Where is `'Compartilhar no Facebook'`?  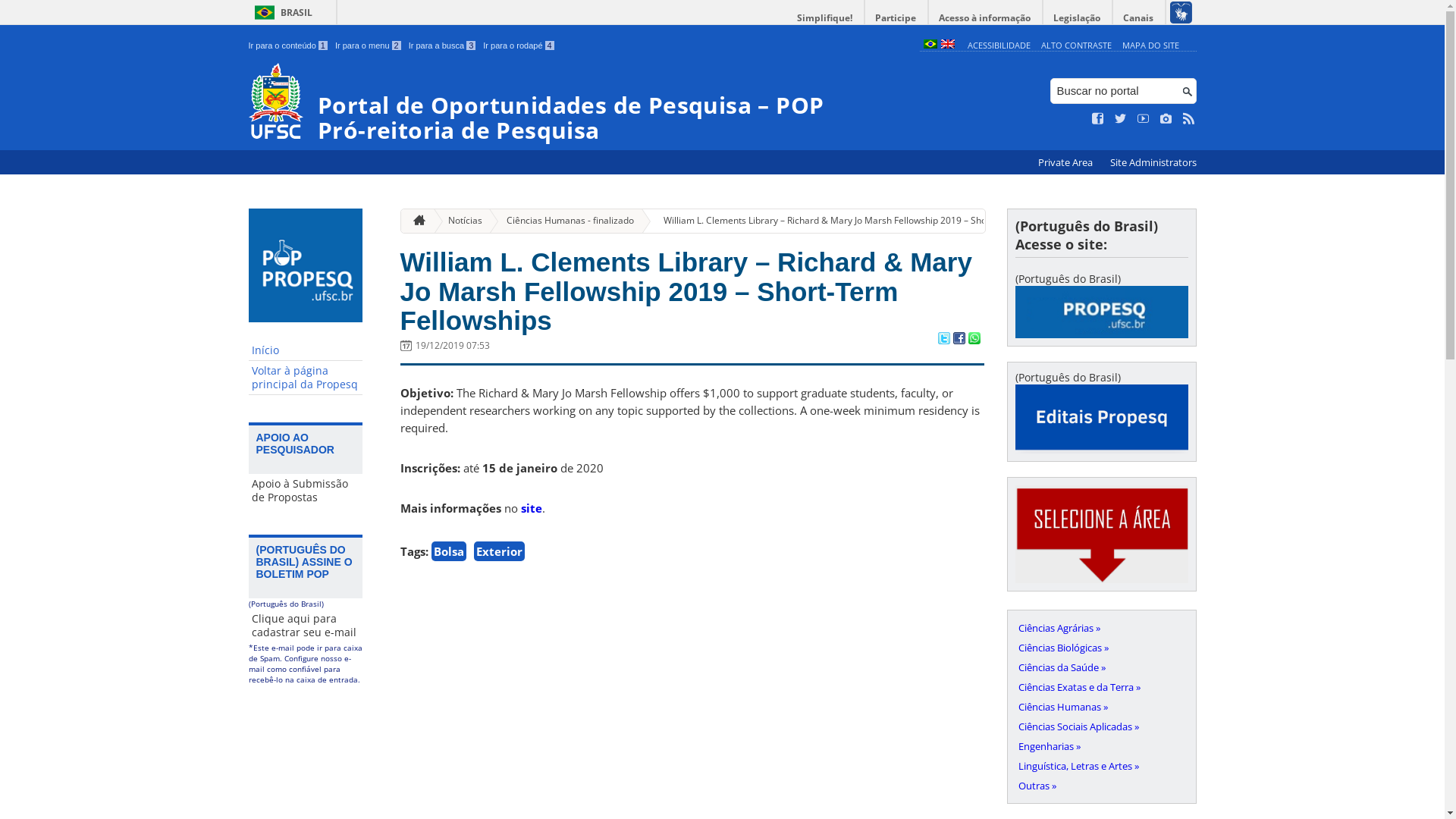
'Compartilhar no Facebook' is located at coordinates (957, 338).